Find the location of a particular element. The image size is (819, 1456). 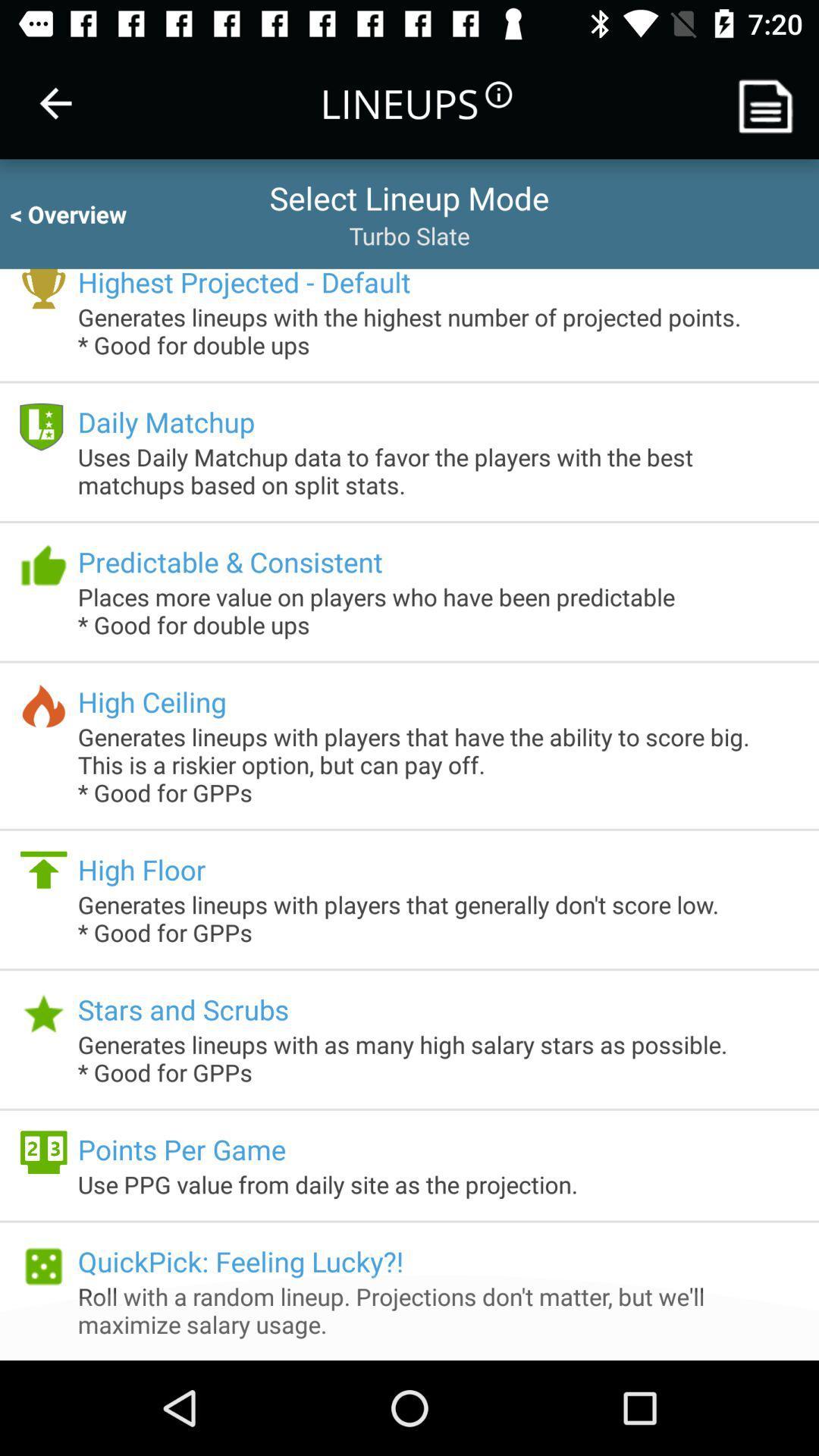

the < overview item is located at coordinates (82, 213).